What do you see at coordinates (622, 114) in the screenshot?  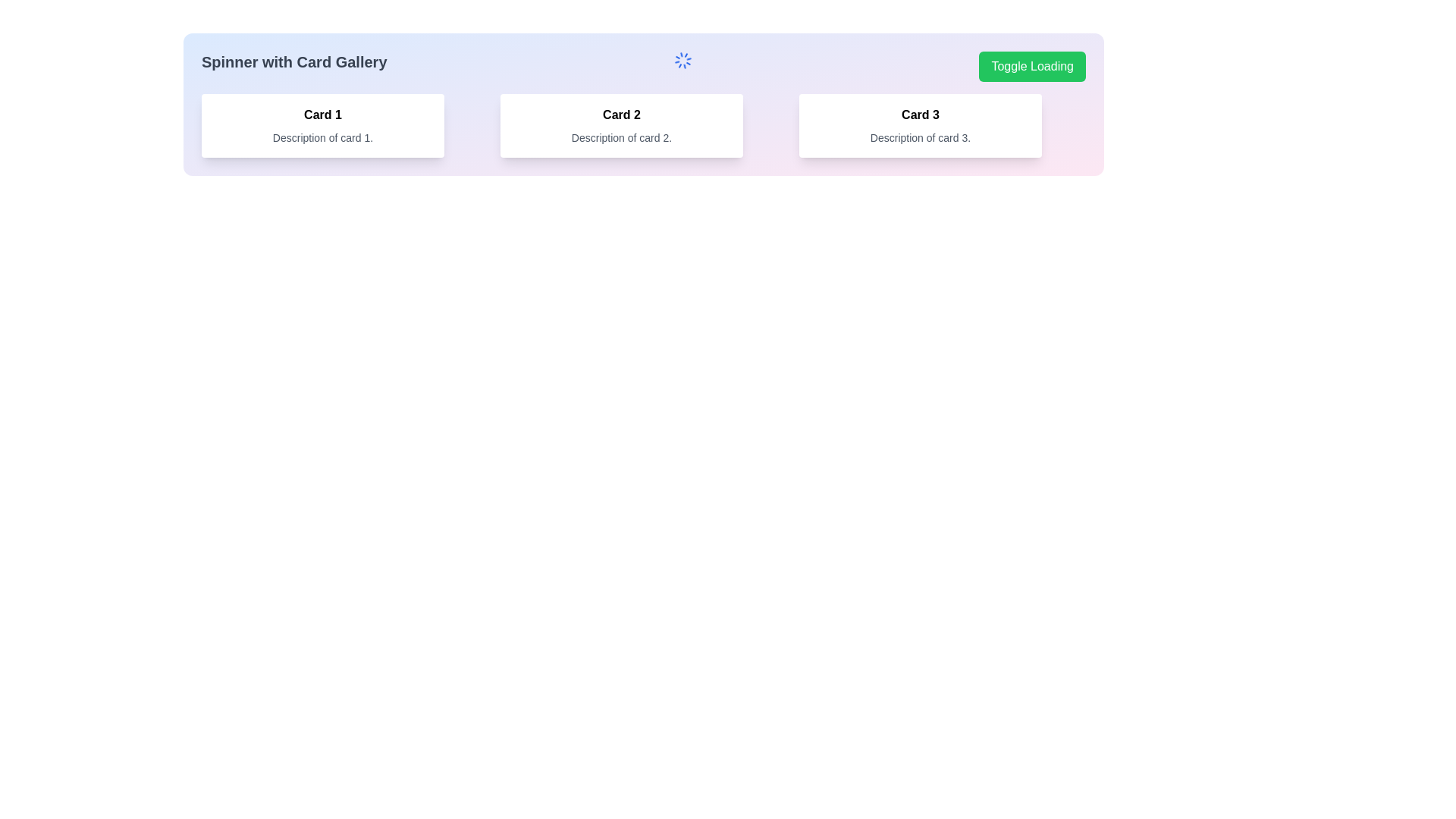 I see `the text element displaying 'Card 2' in bold styling, located at the center of the card gallery` at bounding box center [622, 114].